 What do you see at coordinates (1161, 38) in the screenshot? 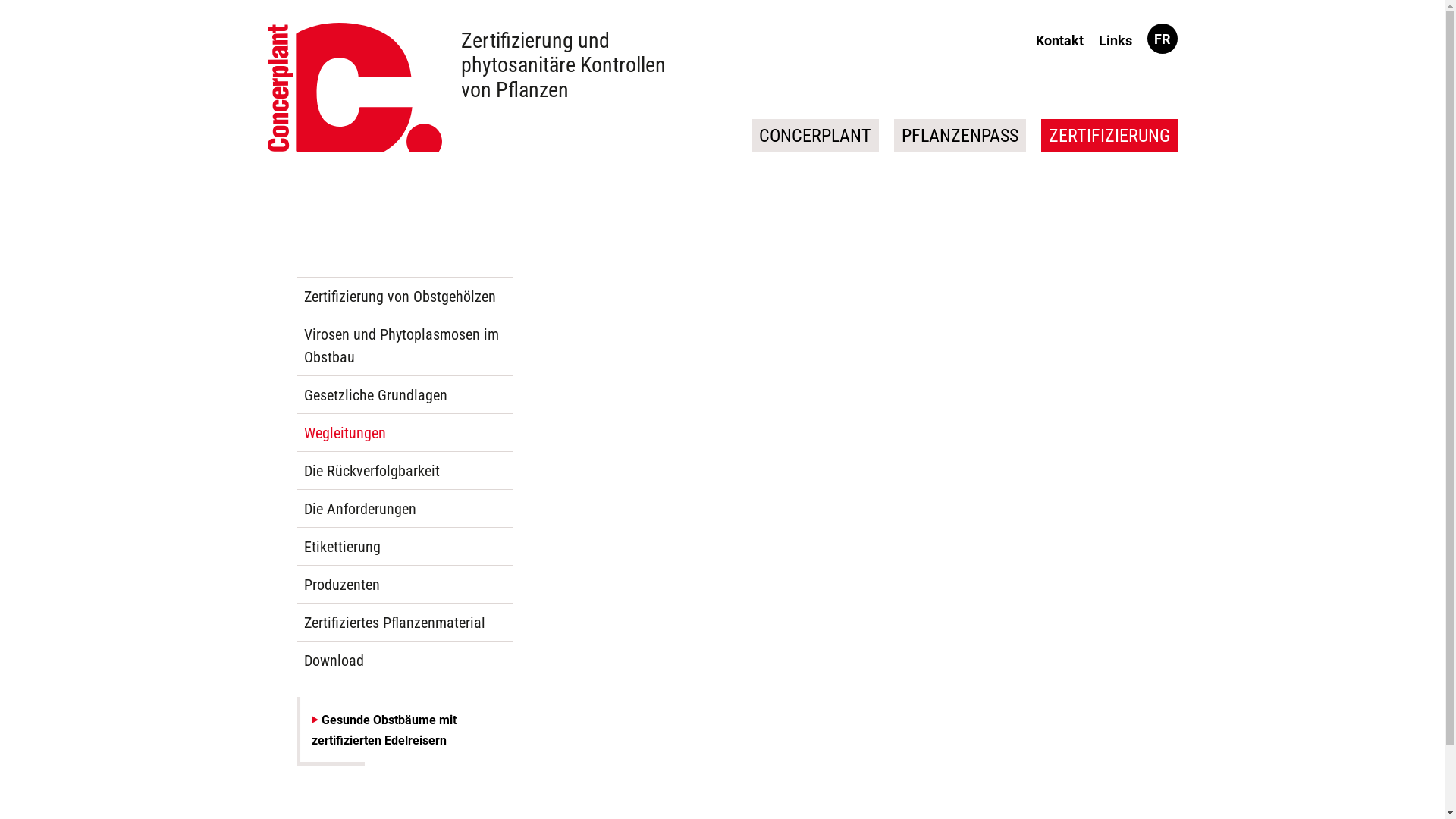
I see `'FR'` at bounding box center [1161, 38].